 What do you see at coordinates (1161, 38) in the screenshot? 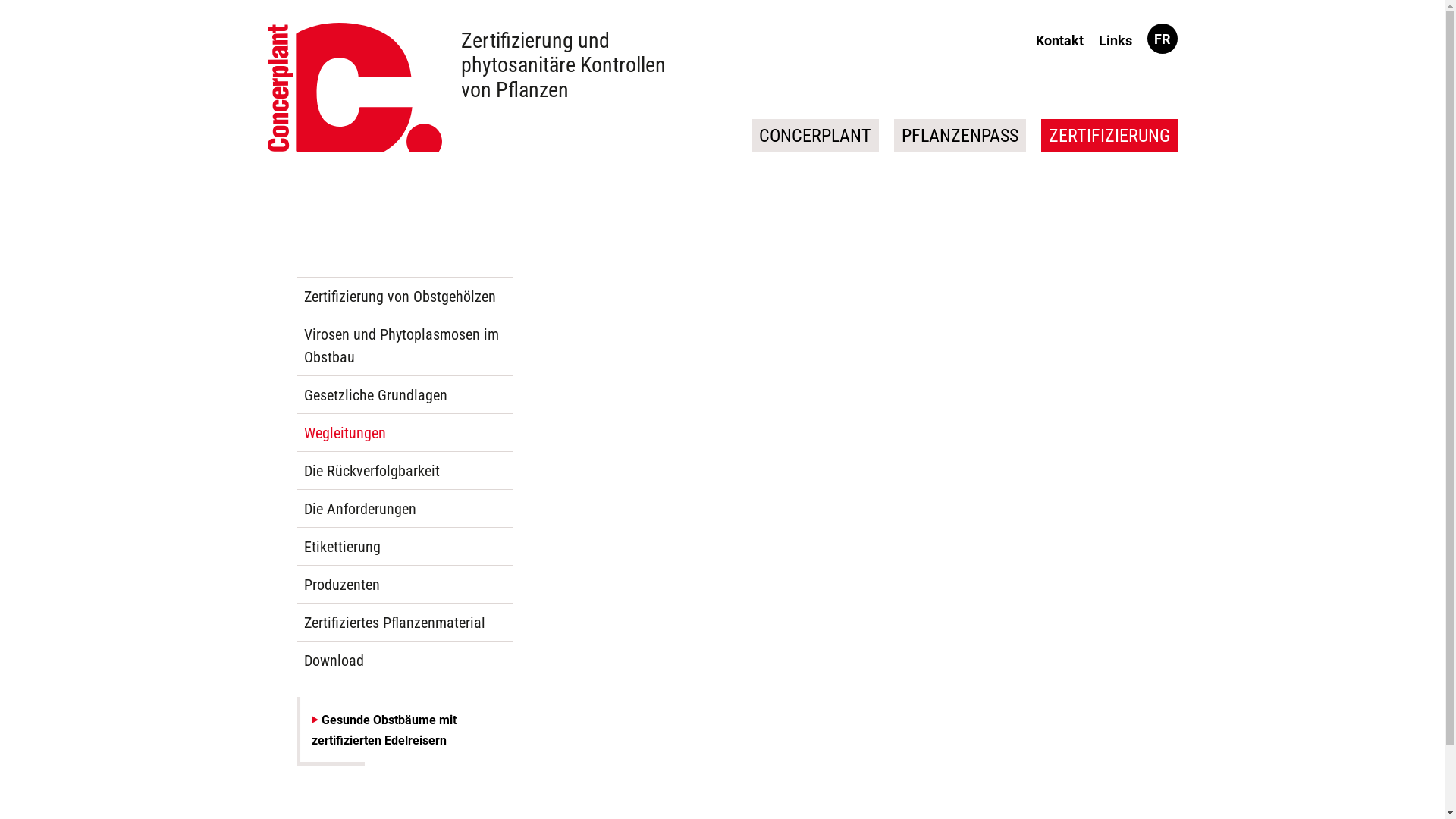
I see `'FR'` at bounding box center [1161, 38].